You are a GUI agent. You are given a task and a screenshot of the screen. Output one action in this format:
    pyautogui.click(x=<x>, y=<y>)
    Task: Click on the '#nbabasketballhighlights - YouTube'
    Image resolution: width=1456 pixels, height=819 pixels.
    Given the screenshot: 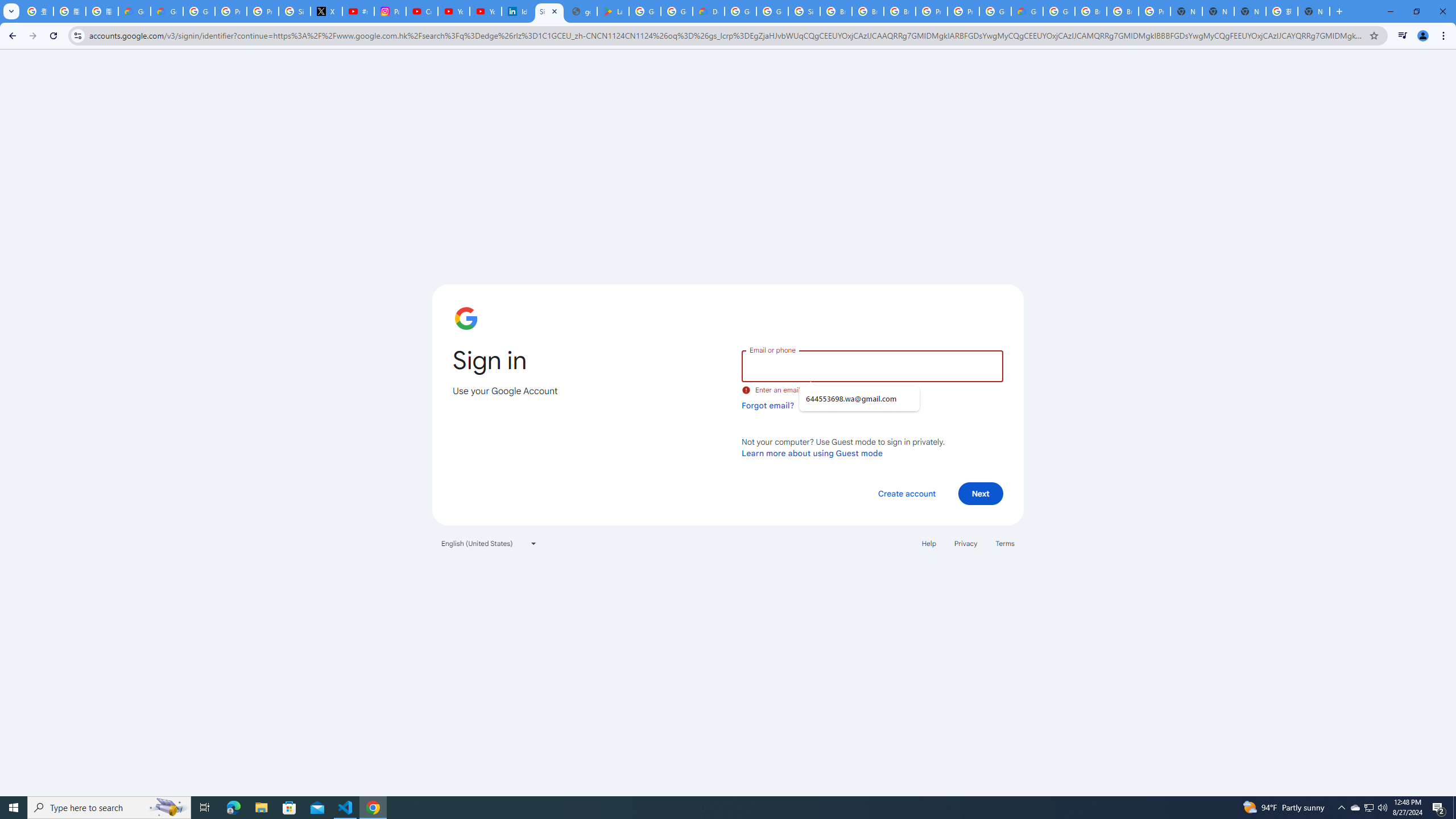 What is the action you would take?
    pyautogui.click(x=359, y=11)
    